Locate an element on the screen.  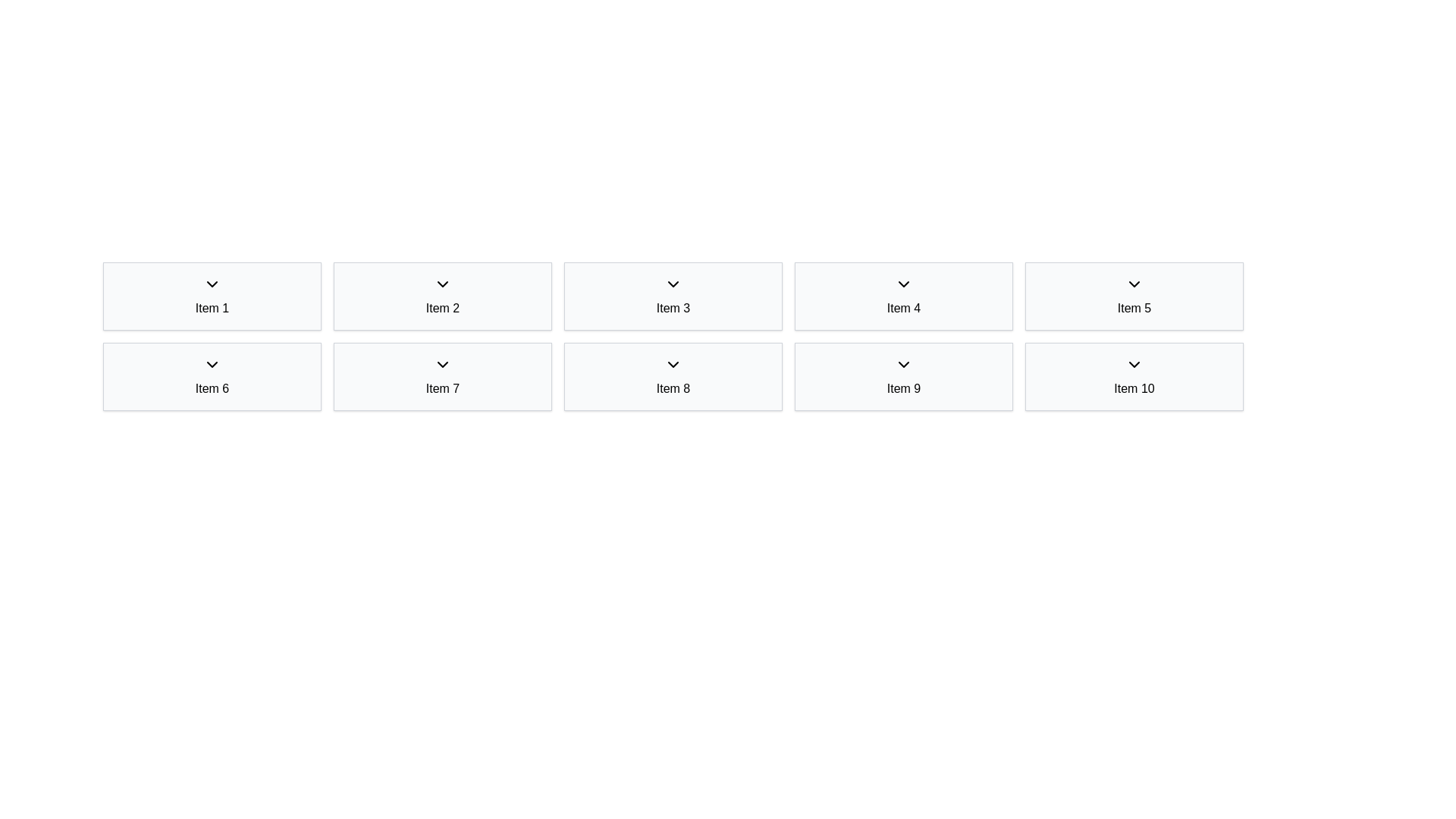
the interactive toggle icon located in the fourth column of the top row, which expands or collapses associated content, to receive feedback is located at coordinates (903, 284).